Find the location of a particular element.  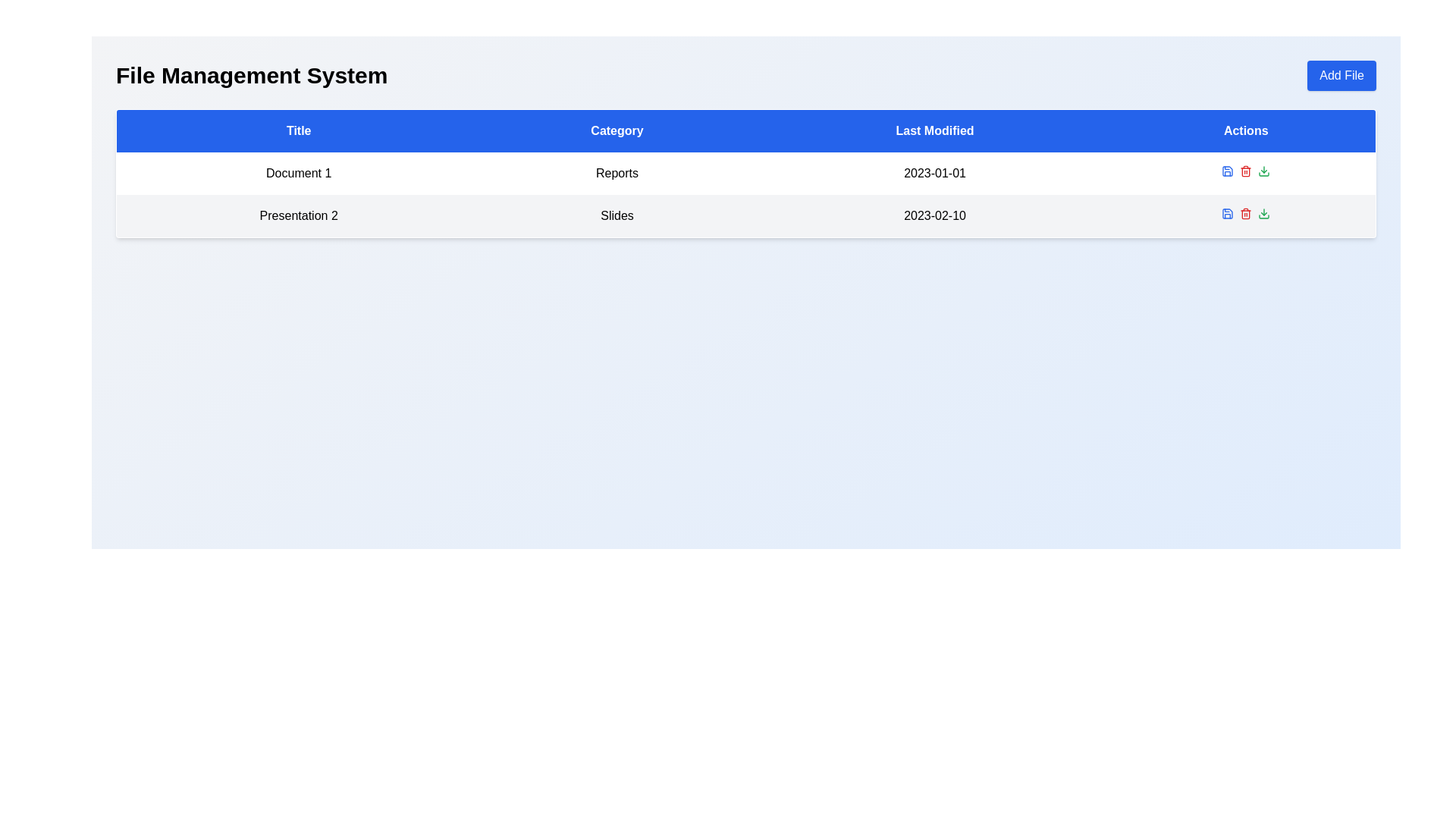

the 'Actions' column header label located in the top-right corner of the table header row, which is the fourth header following 'Last Modified' is located at coordinates (1246, 130).